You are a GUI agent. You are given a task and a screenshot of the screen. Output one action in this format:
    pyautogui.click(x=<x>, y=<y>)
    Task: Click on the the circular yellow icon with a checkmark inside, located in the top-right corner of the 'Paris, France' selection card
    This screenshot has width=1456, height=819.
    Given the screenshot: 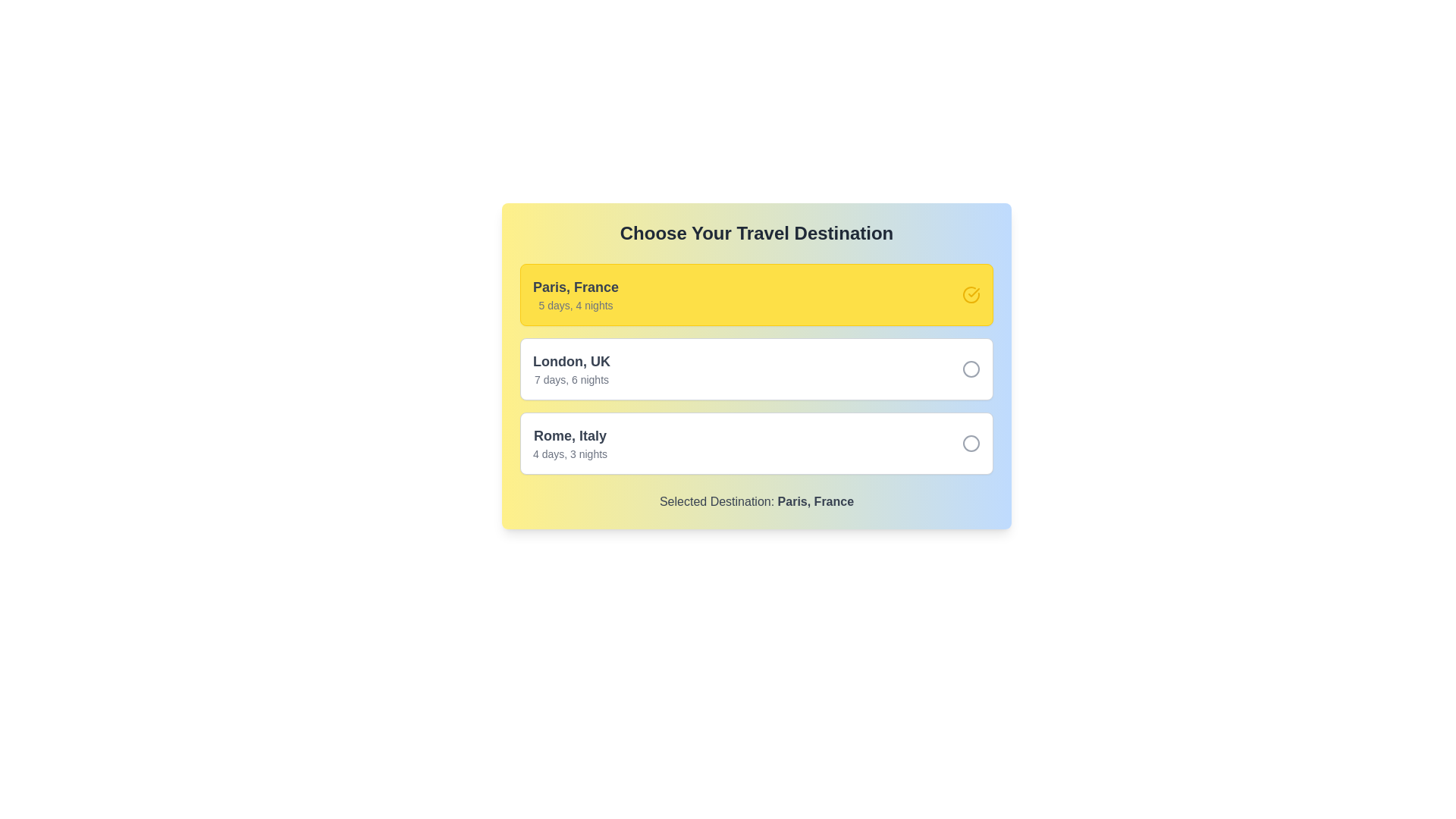 What is the action you would take?
    pyautogui.click(x=971, y=295)
    